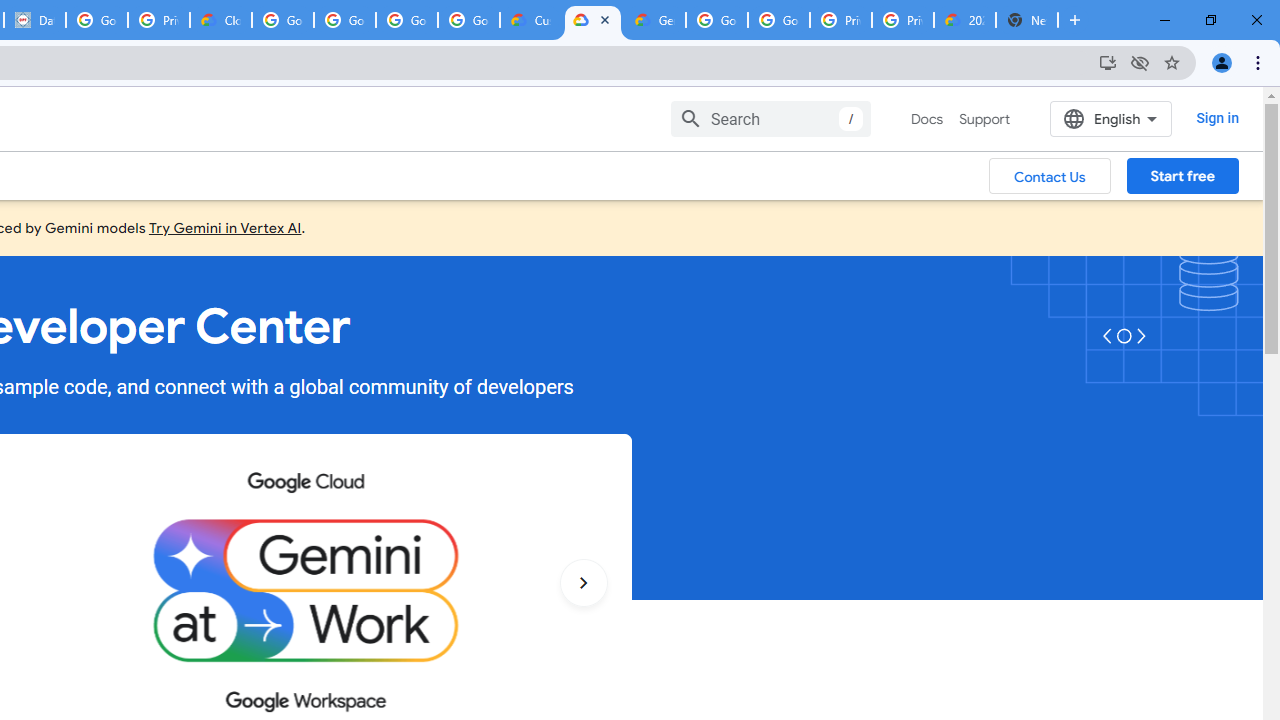 This screenshot has width=1280, height=720. Describe the element at coordinates (468, 20) in the screenshot. I see `'Google Workspace - Specific Terms'` at that location.